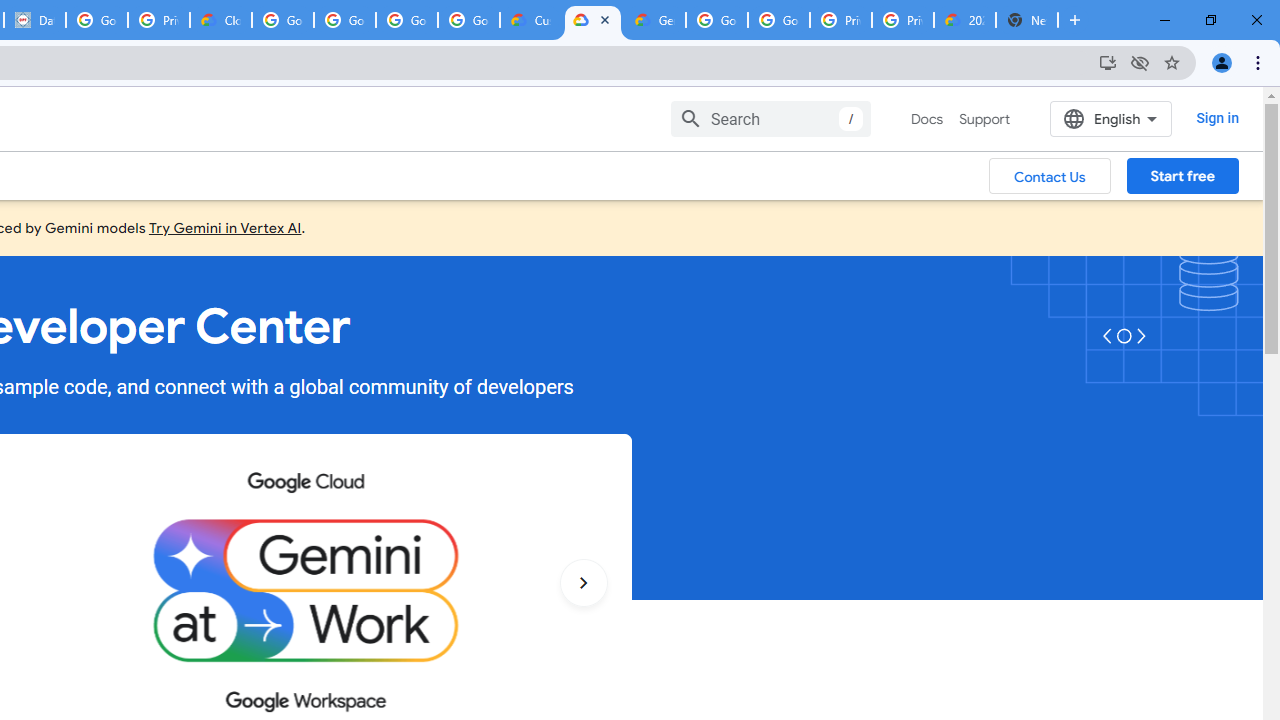 This screenshot has width=1280, height=720. Describe the element at coordinates (468, 20) in the screenshot. I see `'Google Workspace - Specific Terms'` at that location.